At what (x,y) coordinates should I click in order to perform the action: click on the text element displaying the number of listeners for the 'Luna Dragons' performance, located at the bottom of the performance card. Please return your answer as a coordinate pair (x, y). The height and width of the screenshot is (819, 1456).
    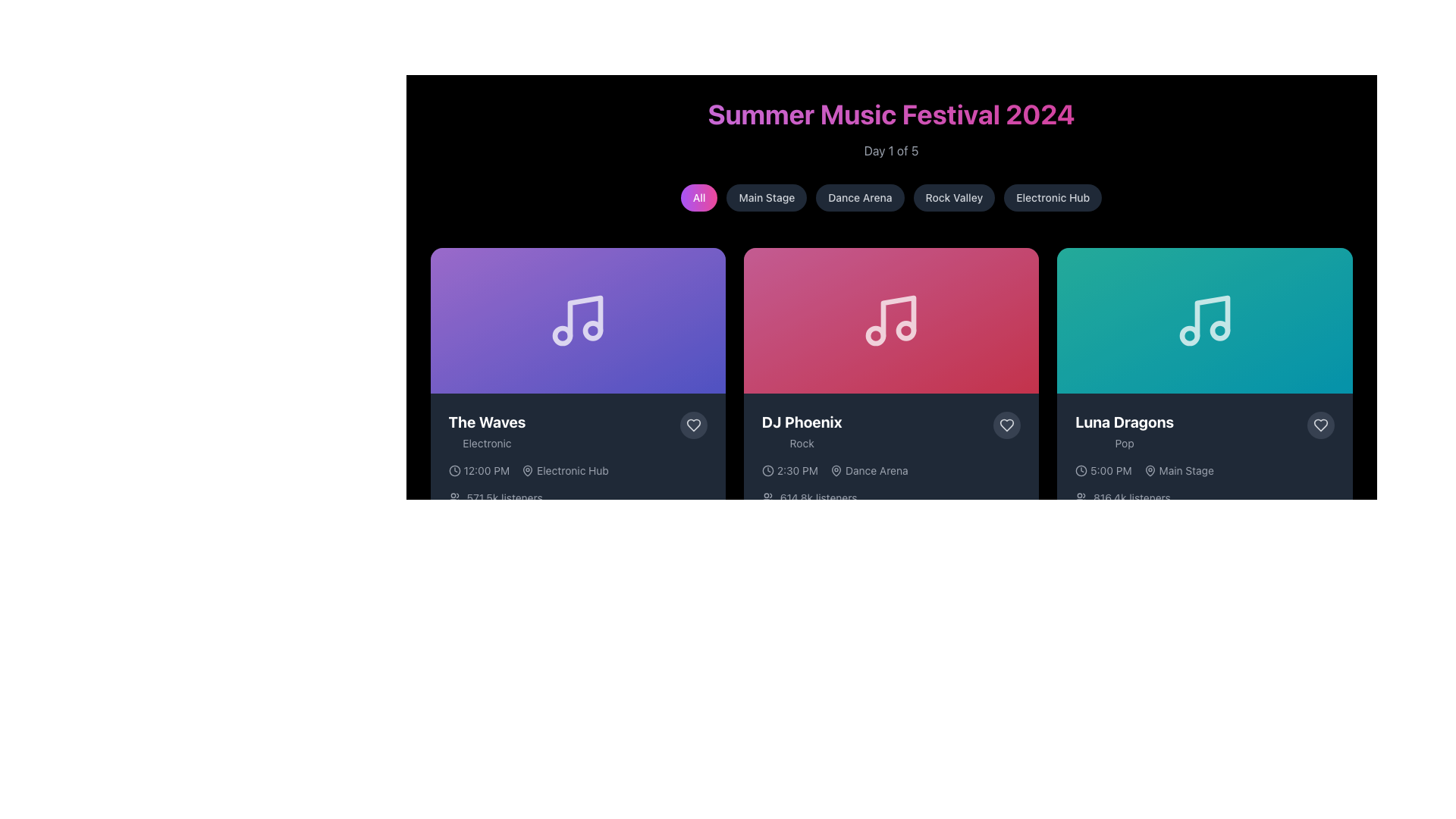
    Looking at the image, I should click on (1203, 497).